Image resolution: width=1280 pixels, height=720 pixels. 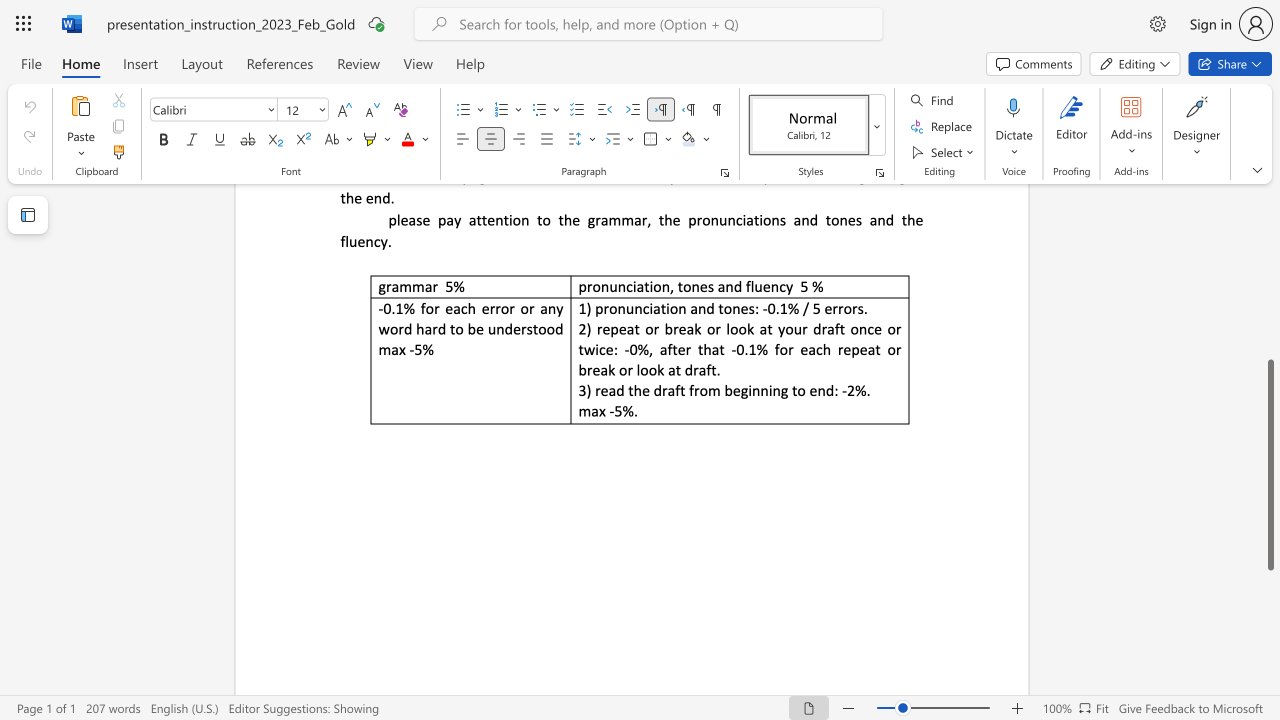 I want to click on the scrollbar to scroll the page up, so click(x=1269, y=338).